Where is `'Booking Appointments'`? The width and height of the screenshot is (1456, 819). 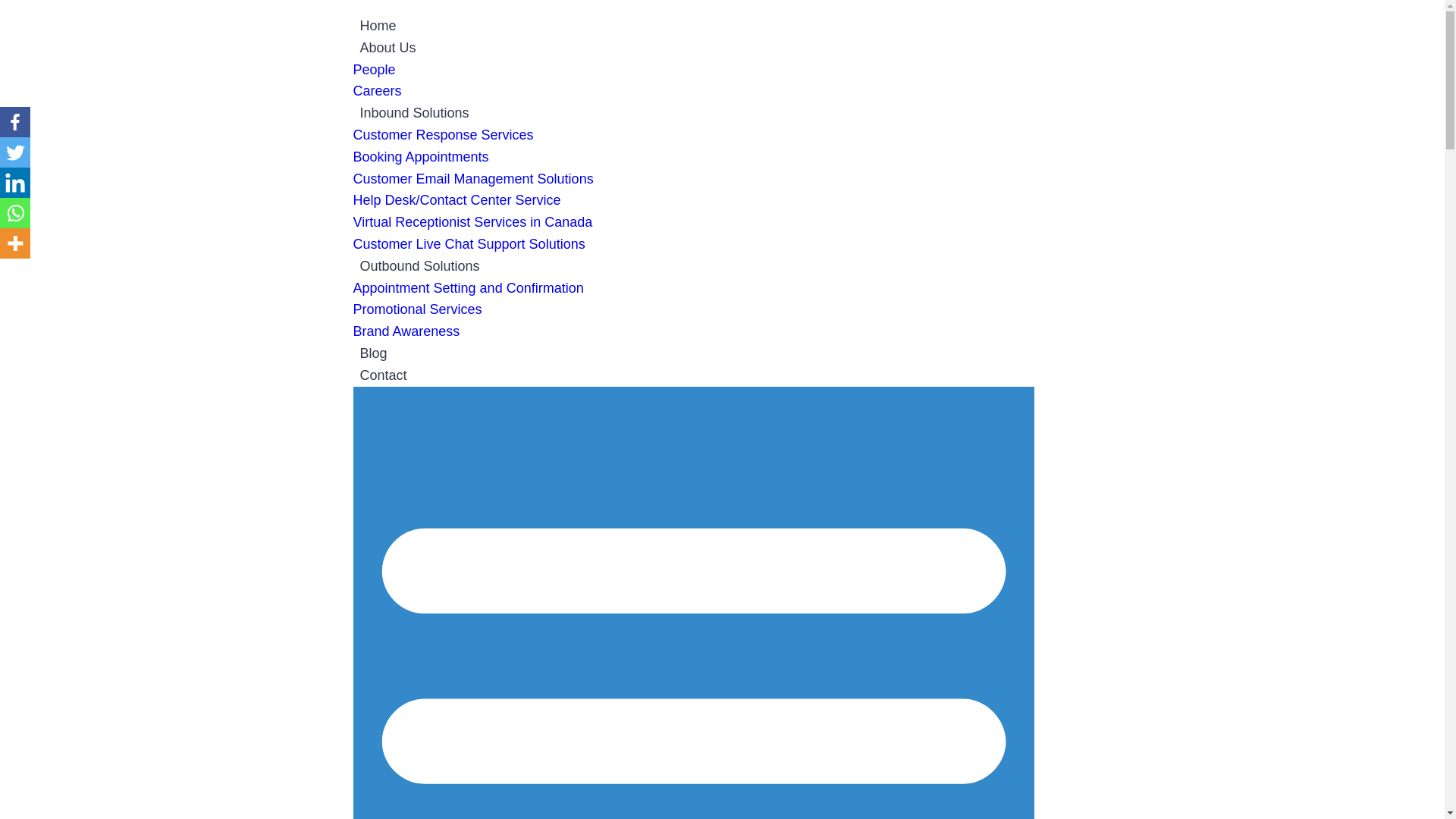
'Booking Appointments' is located at coordinates (421, 157).